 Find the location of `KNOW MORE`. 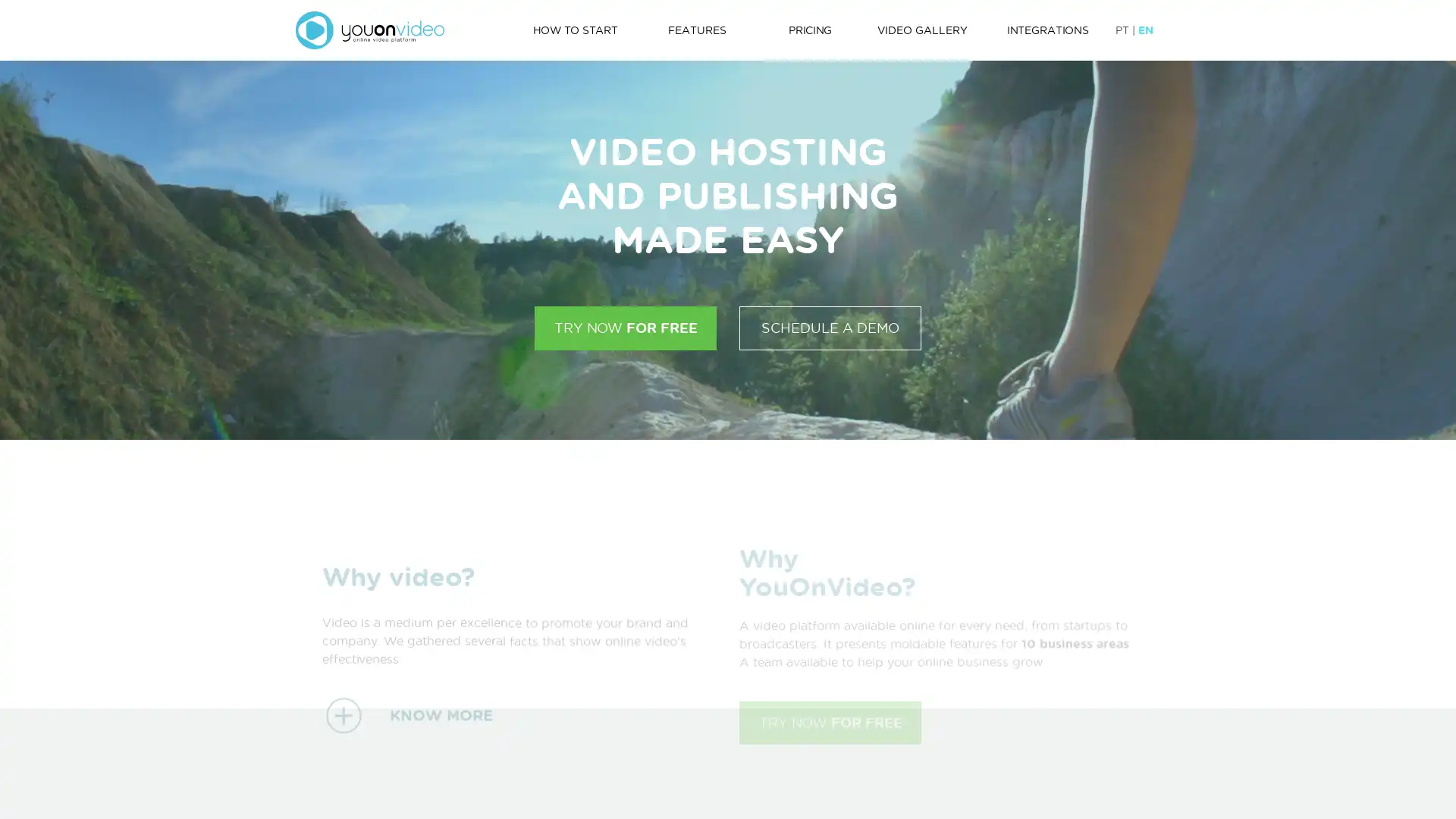

KNOW MORE is located at coordinates (488, 644).